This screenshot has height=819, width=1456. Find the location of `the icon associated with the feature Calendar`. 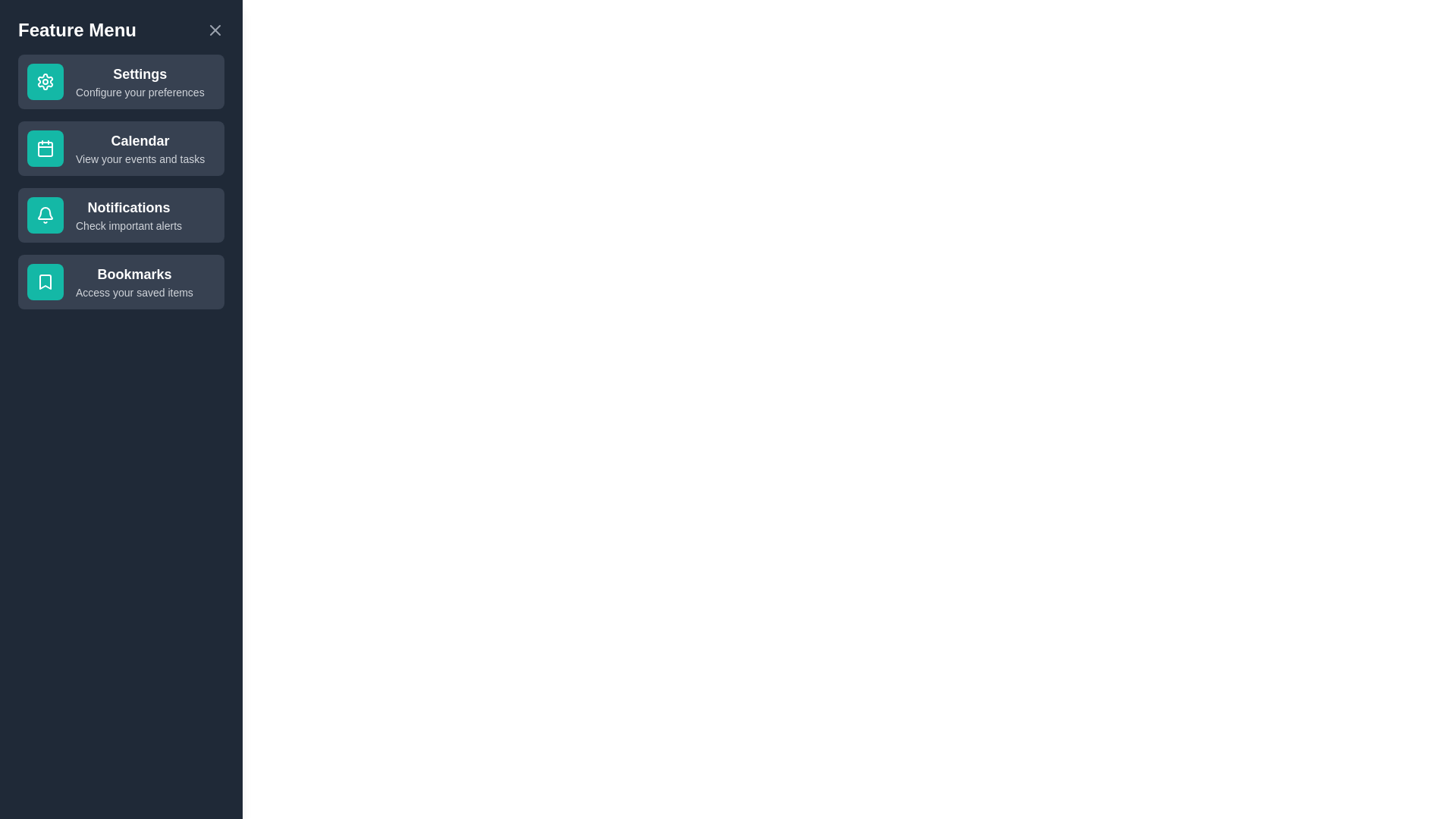

the icon associated with the feature Calendar is located at coordinates (45, 149).